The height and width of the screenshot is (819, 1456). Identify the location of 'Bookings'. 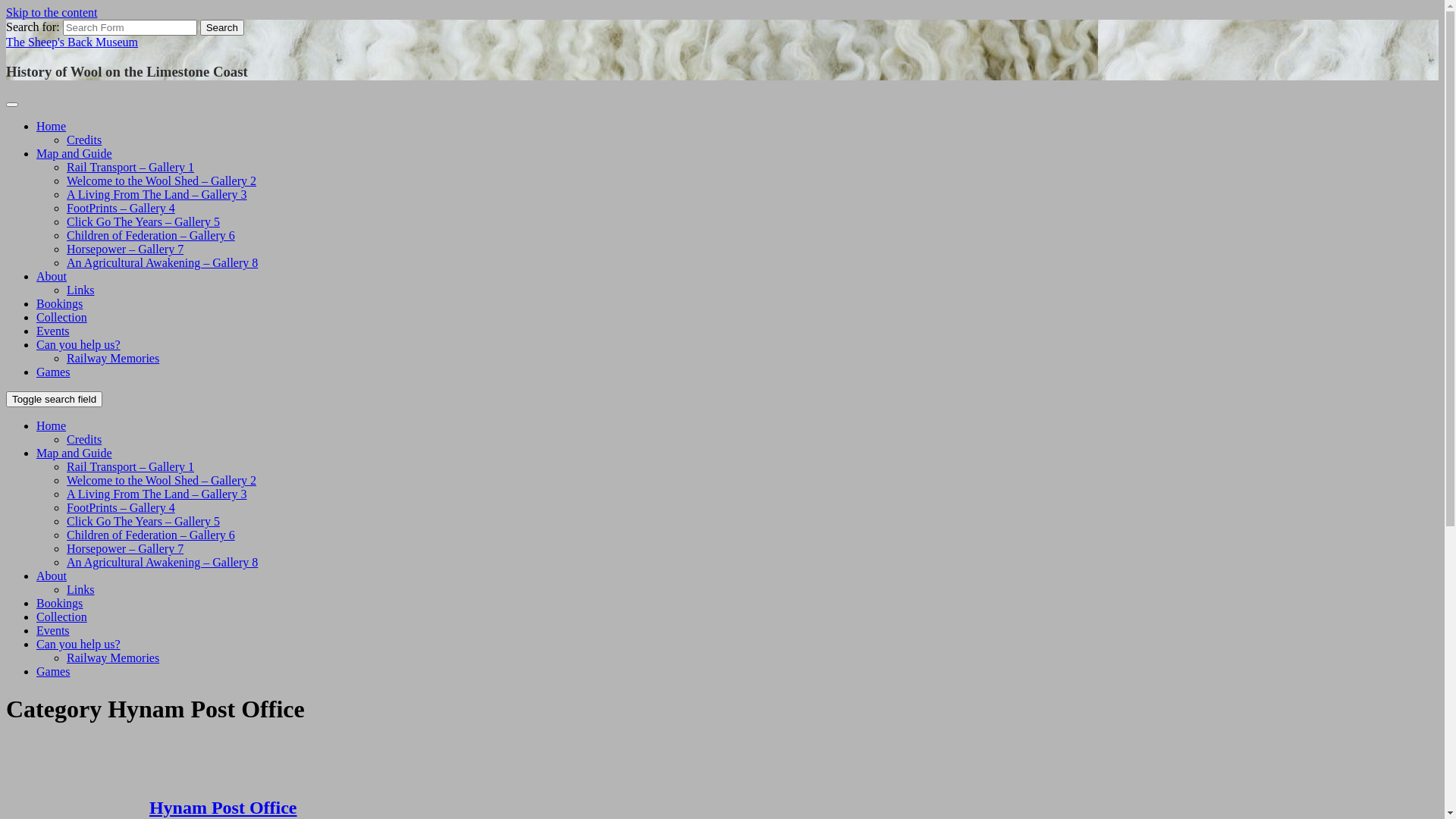
(36, 602).